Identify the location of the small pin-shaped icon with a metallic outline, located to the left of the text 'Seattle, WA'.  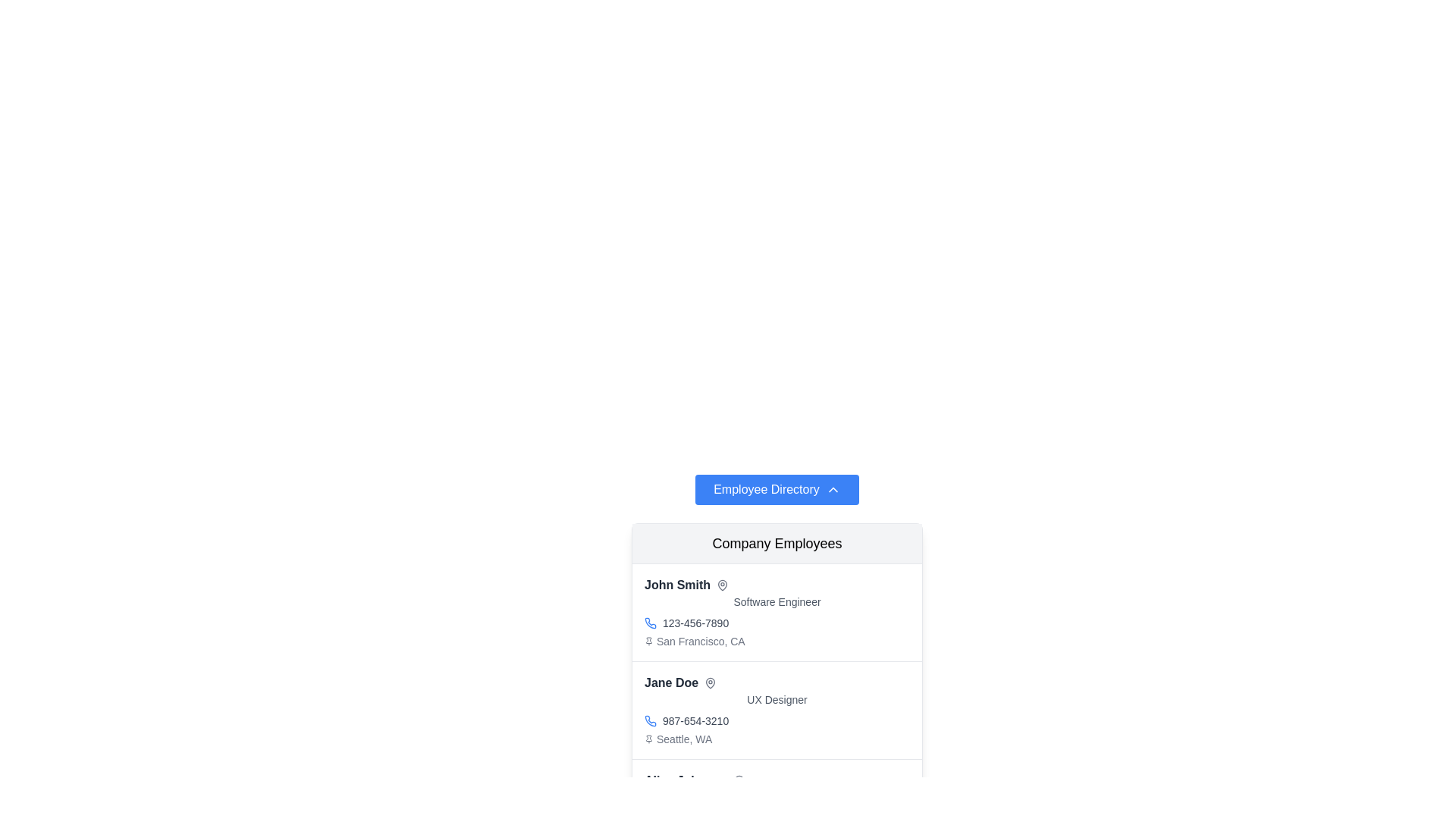
(648, 739).